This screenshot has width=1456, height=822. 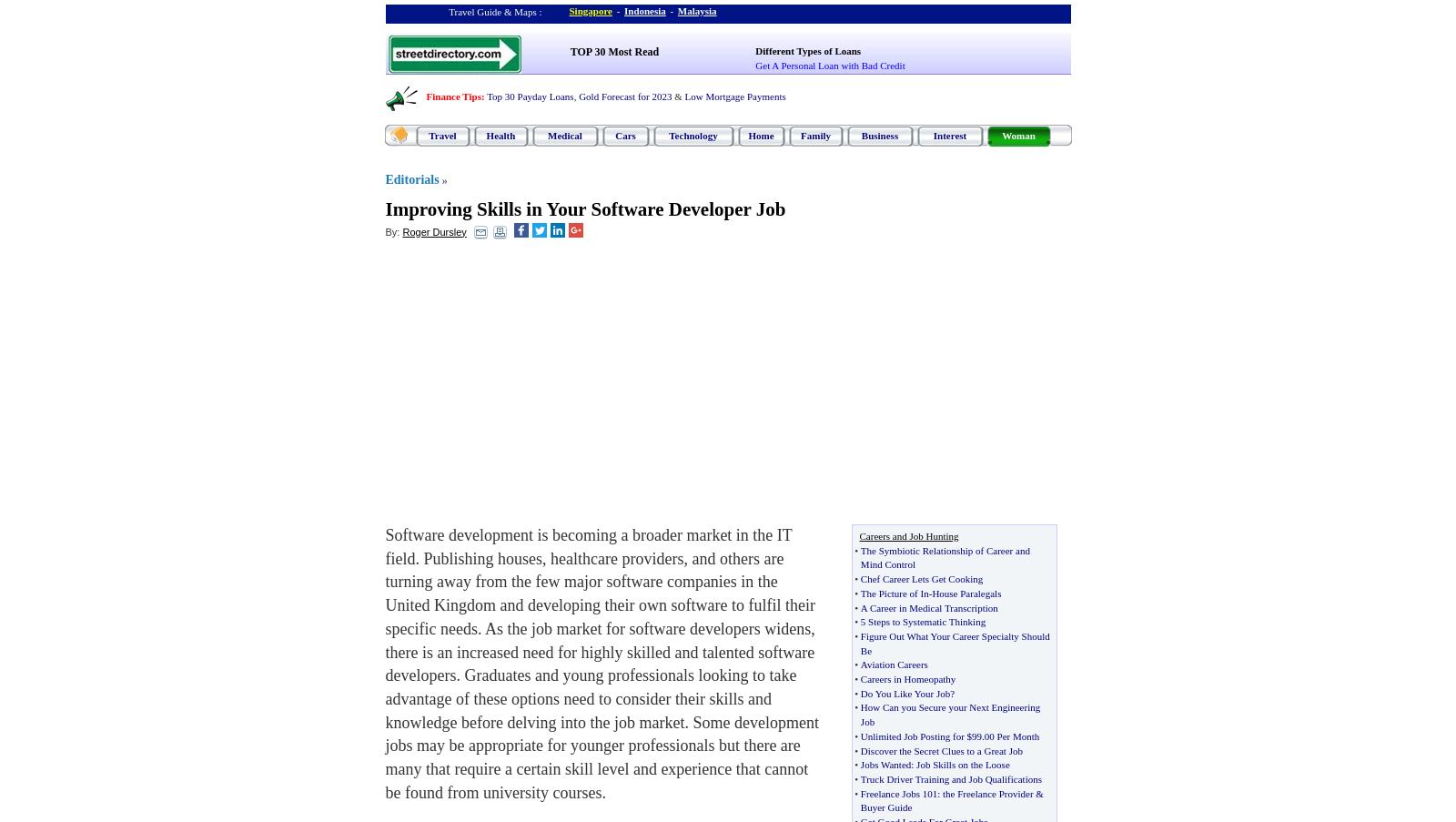 I want to click on 'Buyer Guide', so click(x=858, y=807).